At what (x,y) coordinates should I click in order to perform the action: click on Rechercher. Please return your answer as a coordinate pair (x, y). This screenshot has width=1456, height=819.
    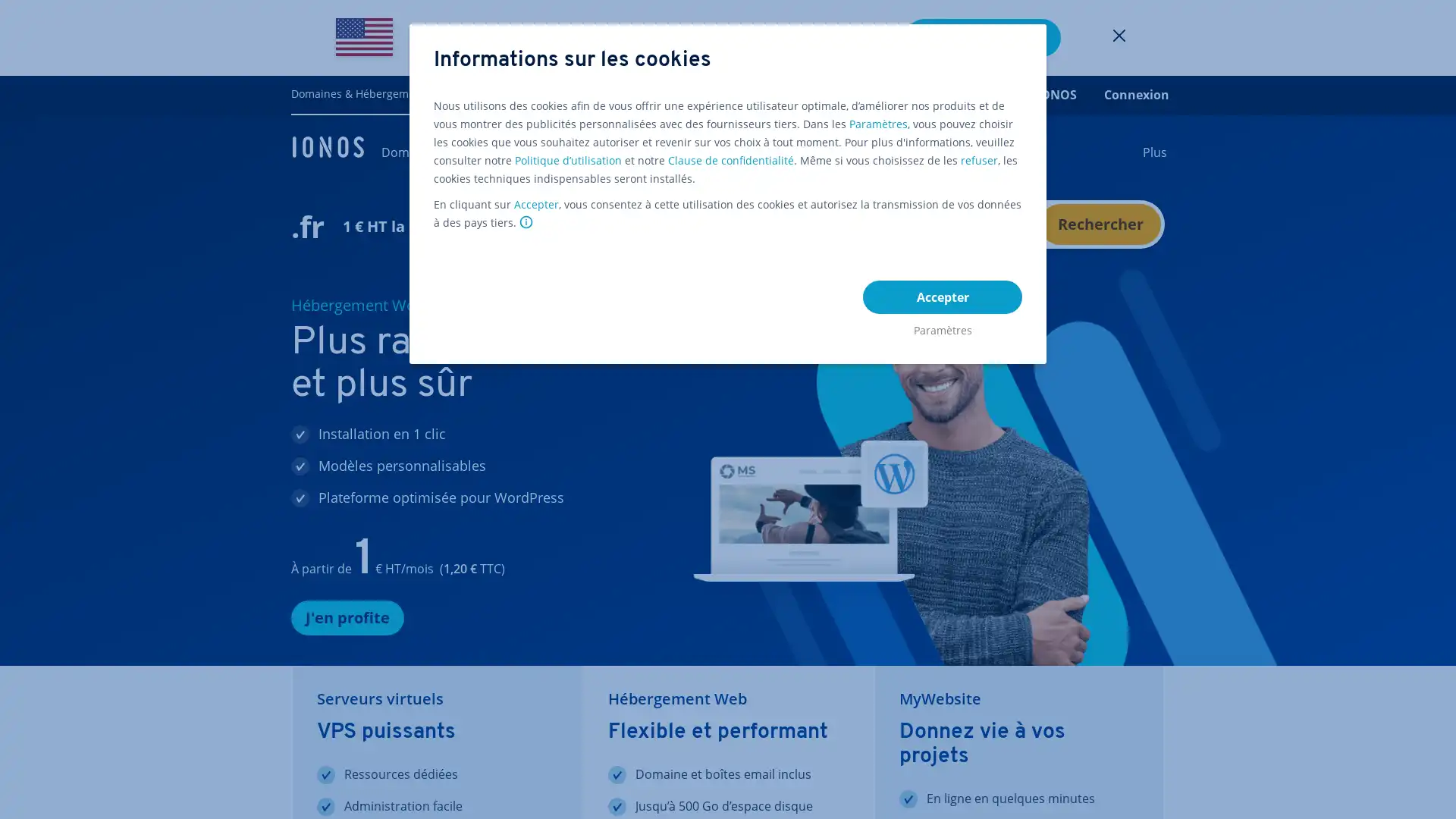
    Looking at the image, I should click on (1100, 224).